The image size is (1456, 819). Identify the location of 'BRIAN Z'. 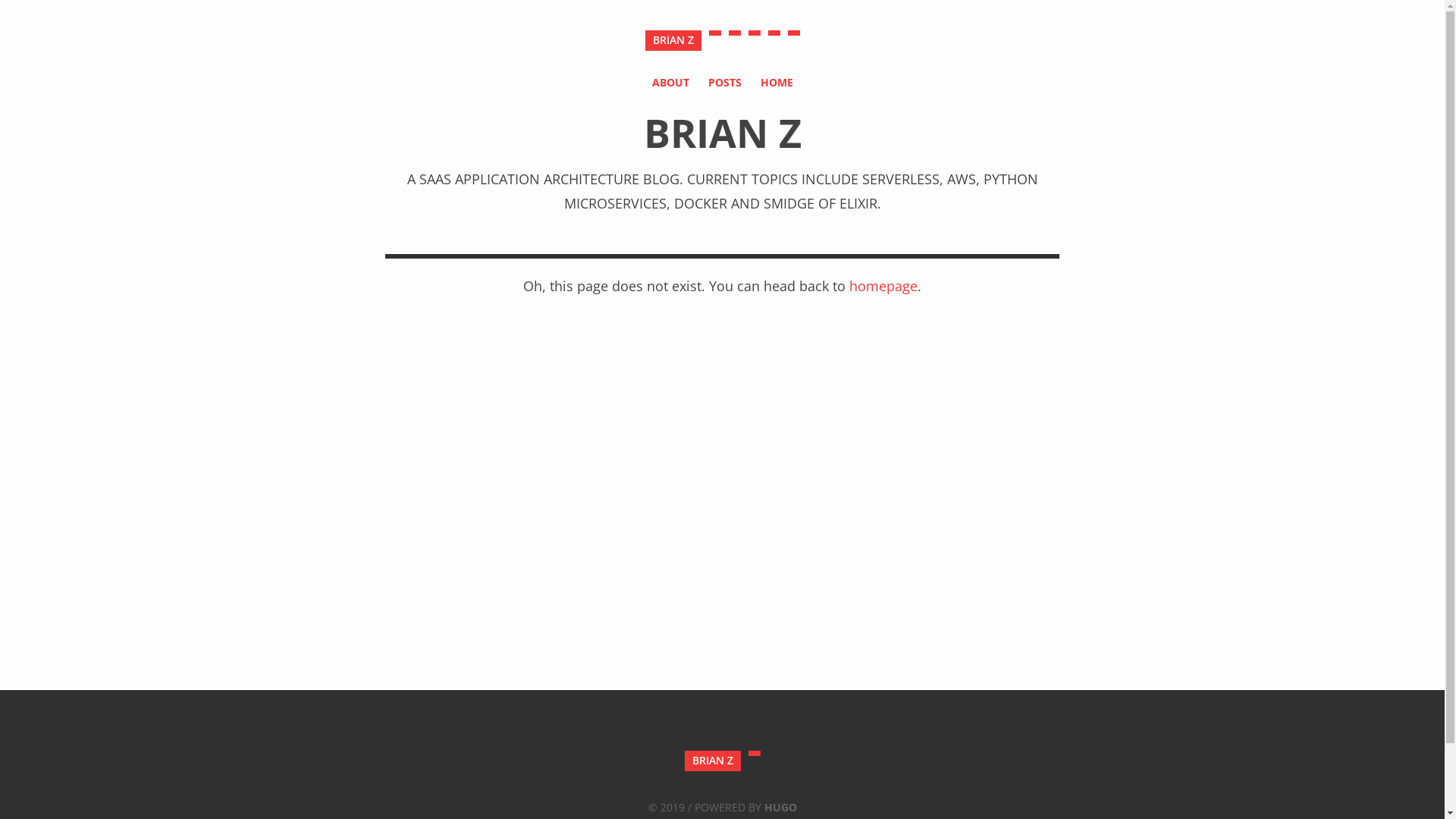
(644, 39).